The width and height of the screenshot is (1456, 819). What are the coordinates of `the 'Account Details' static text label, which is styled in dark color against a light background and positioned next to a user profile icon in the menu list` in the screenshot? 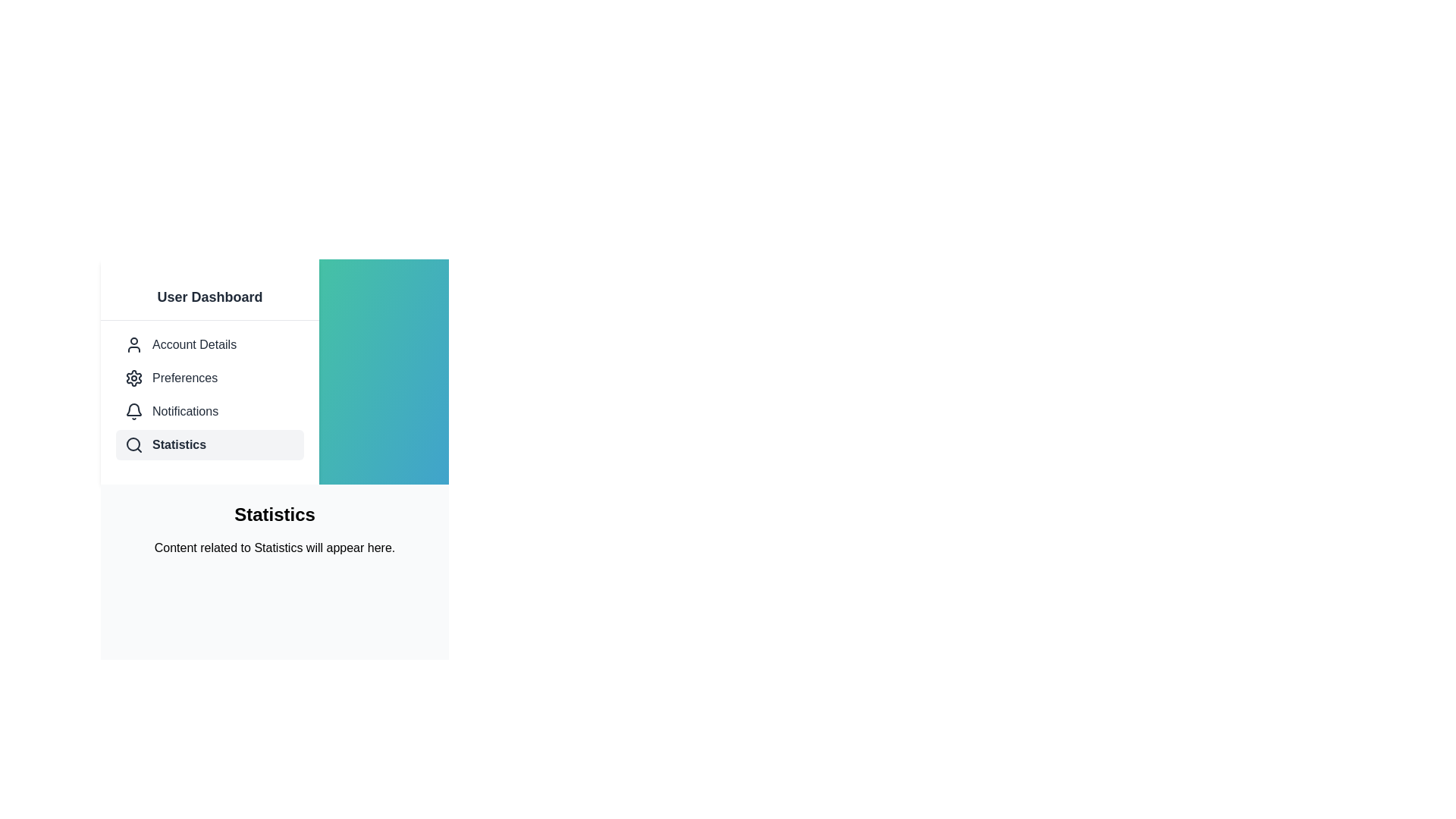 It's located at (193, 345).